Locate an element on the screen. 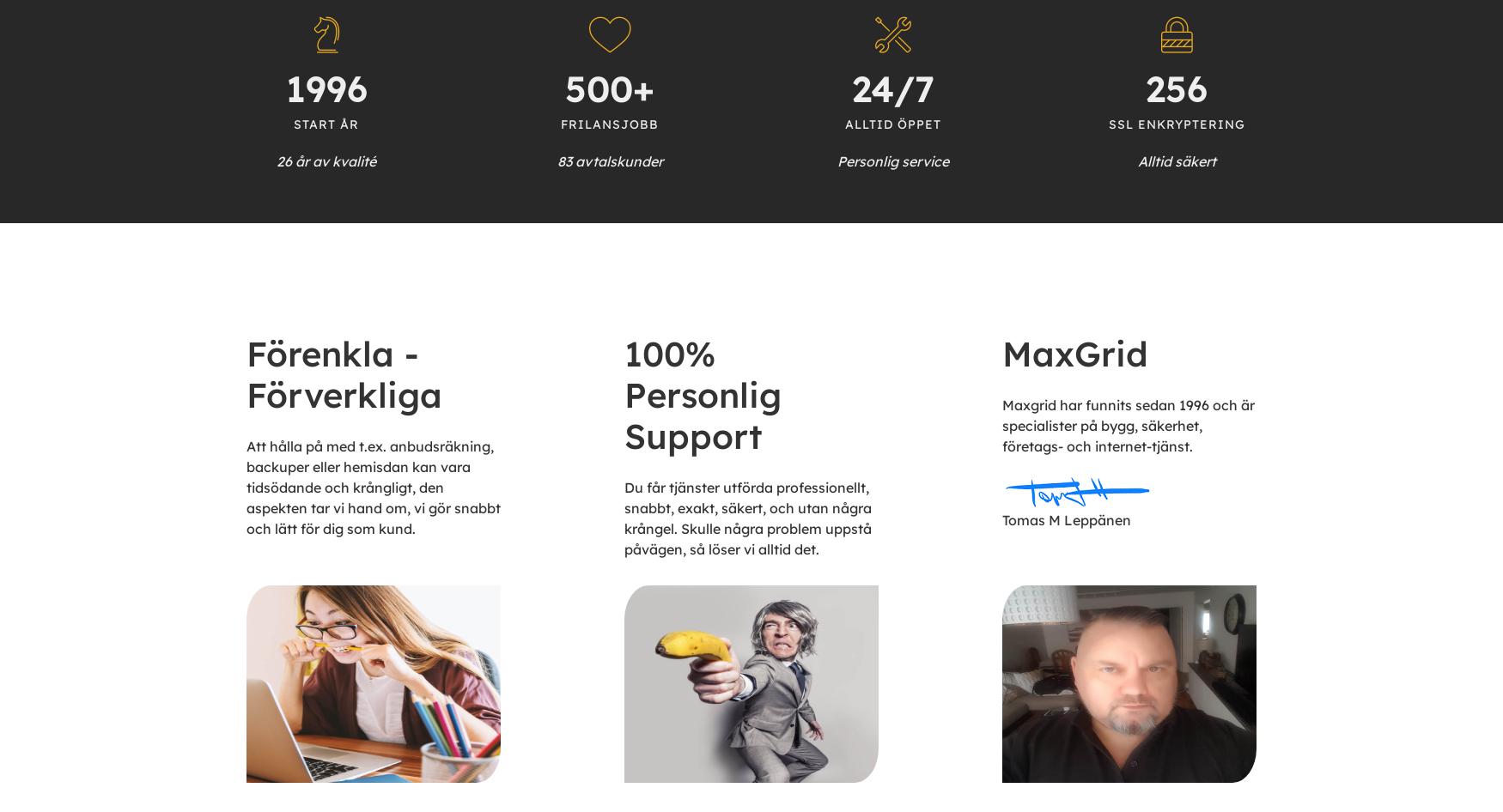 This screenshot has width=1503, height=812. 'MaxGrid' is located at coordinates (1074, 352).